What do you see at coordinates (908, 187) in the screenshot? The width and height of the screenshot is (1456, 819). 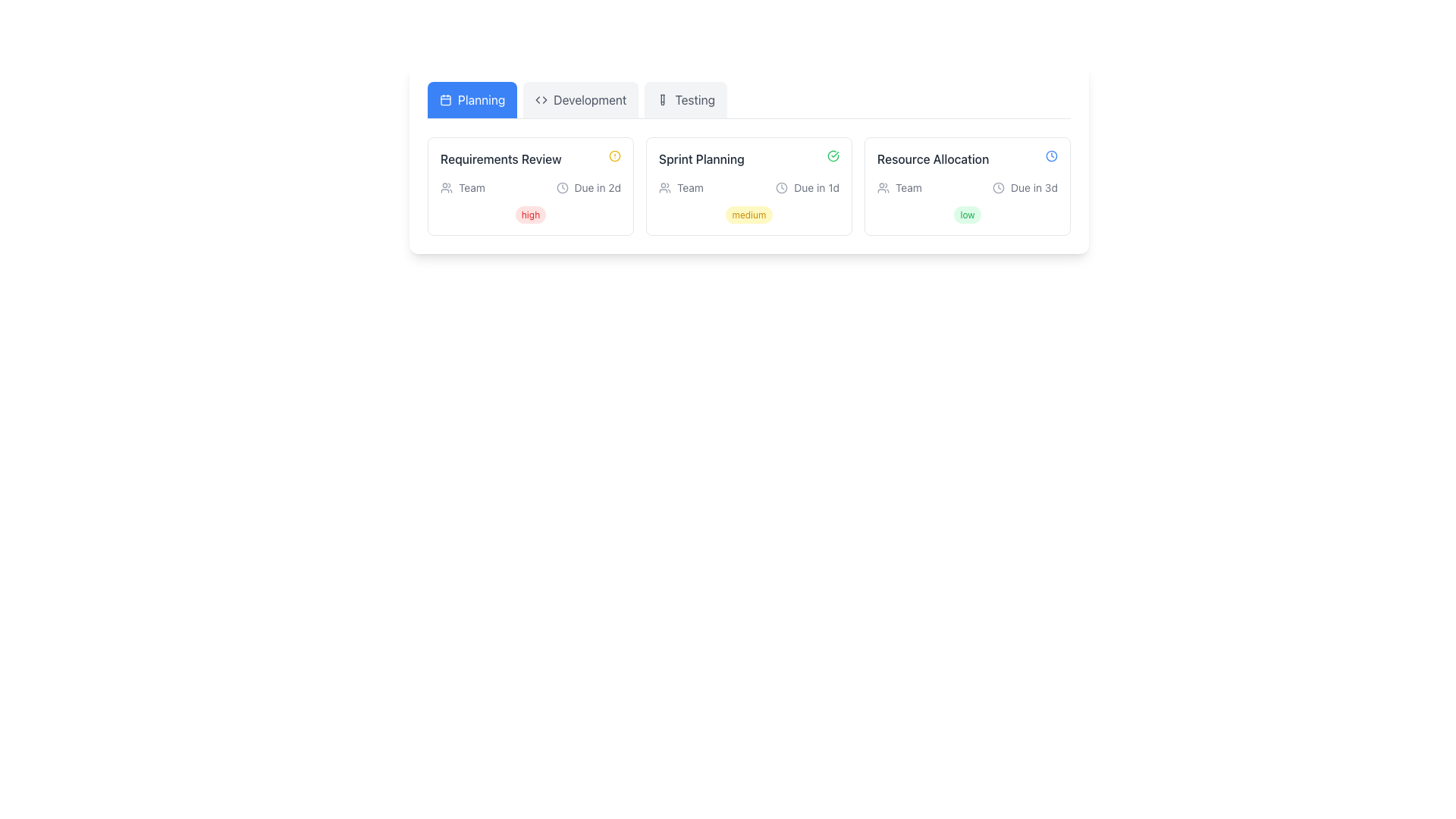 I see `the textual label displaying the word 'Team' in a small gray font, located in the lower-left corner of the 'Resource Allocation' card within the 'Planning' section` at bounding box center [908, 187].